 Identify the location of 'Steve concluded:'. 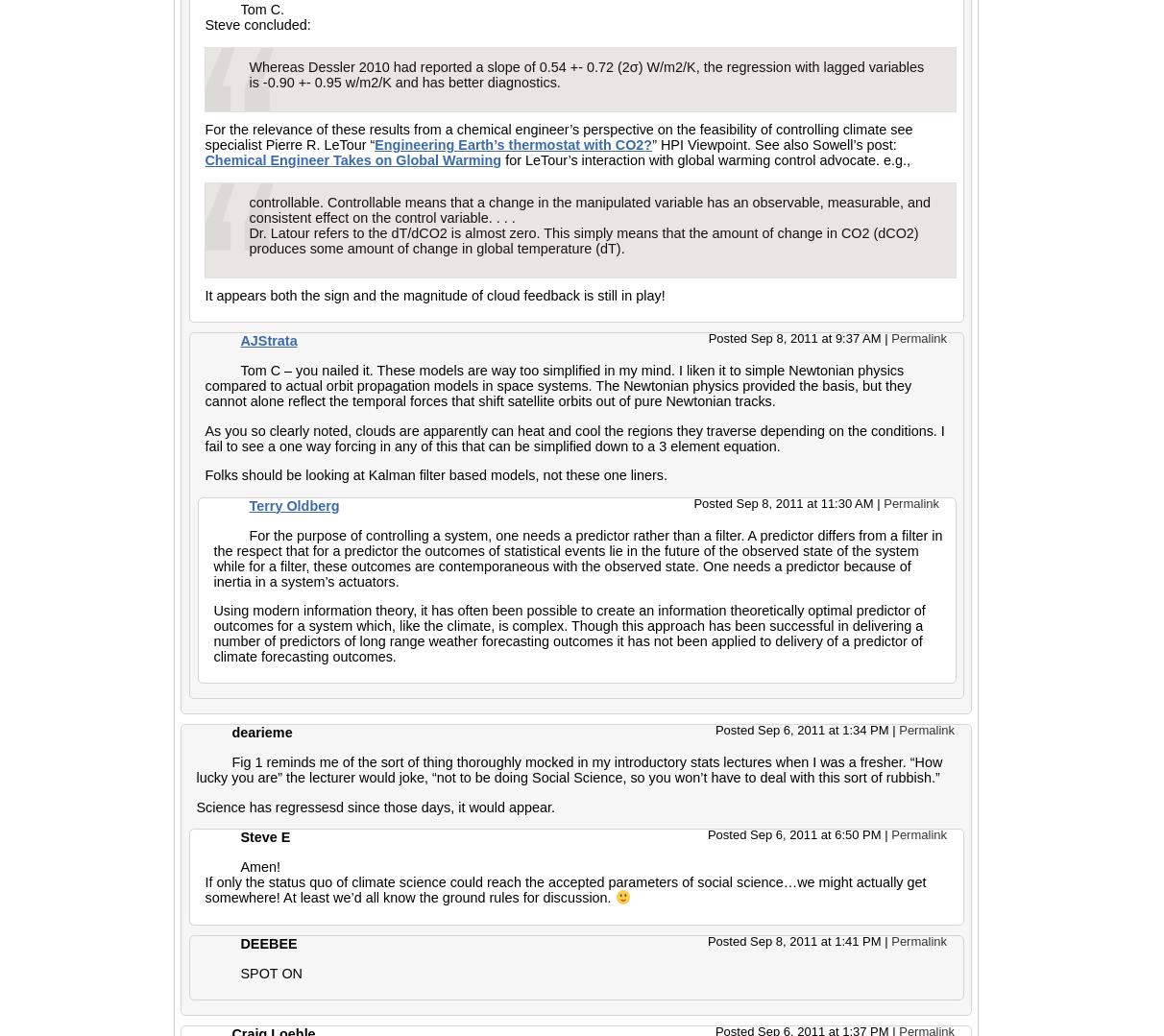
(256, 25).